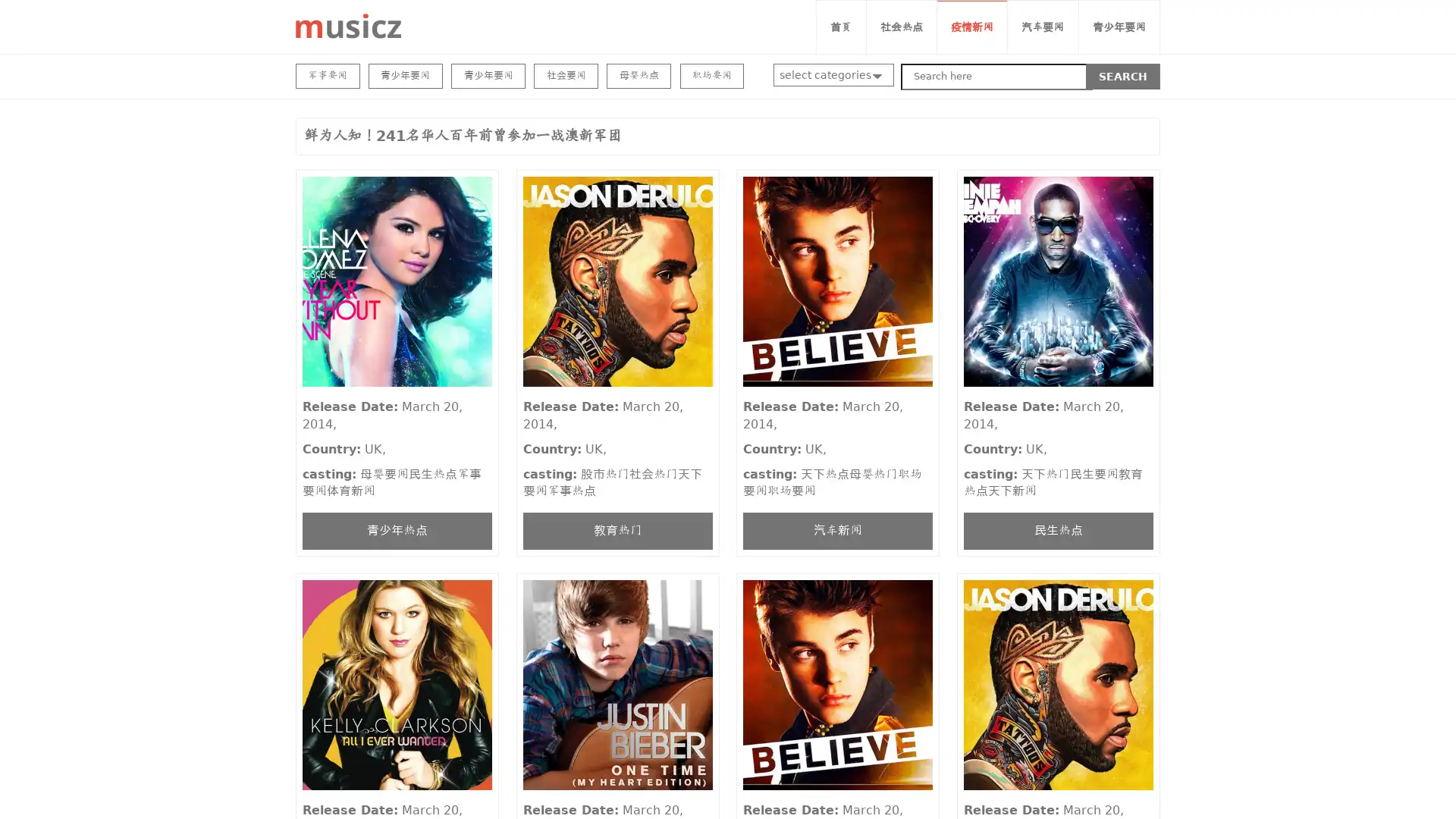 Image resolution: width=1456 pixels, height=819 pixels. I want to click on search, so click(1123, 76).